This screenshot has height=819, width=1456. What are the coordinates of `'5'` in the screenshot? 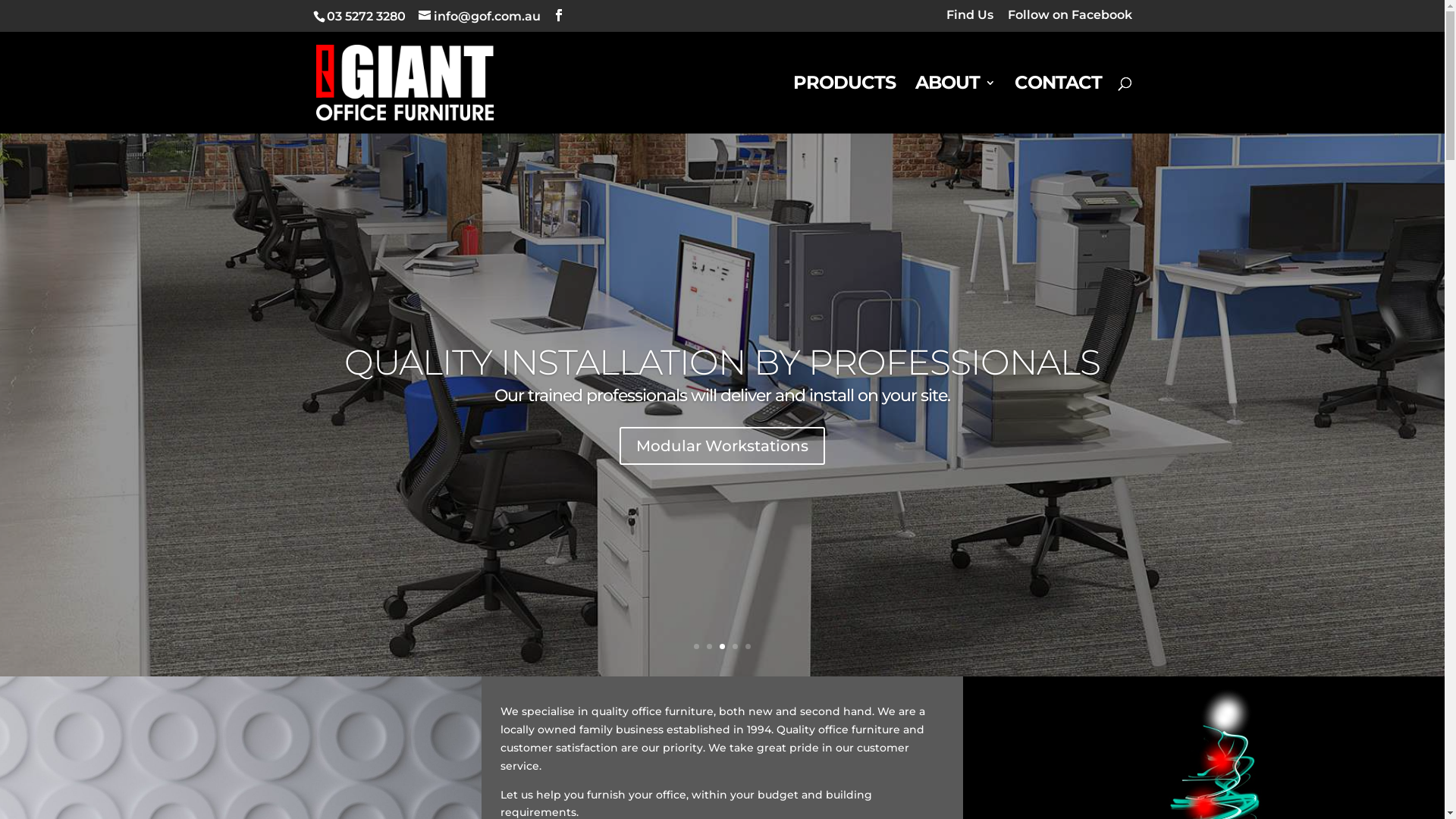 It's located at (748, 646).